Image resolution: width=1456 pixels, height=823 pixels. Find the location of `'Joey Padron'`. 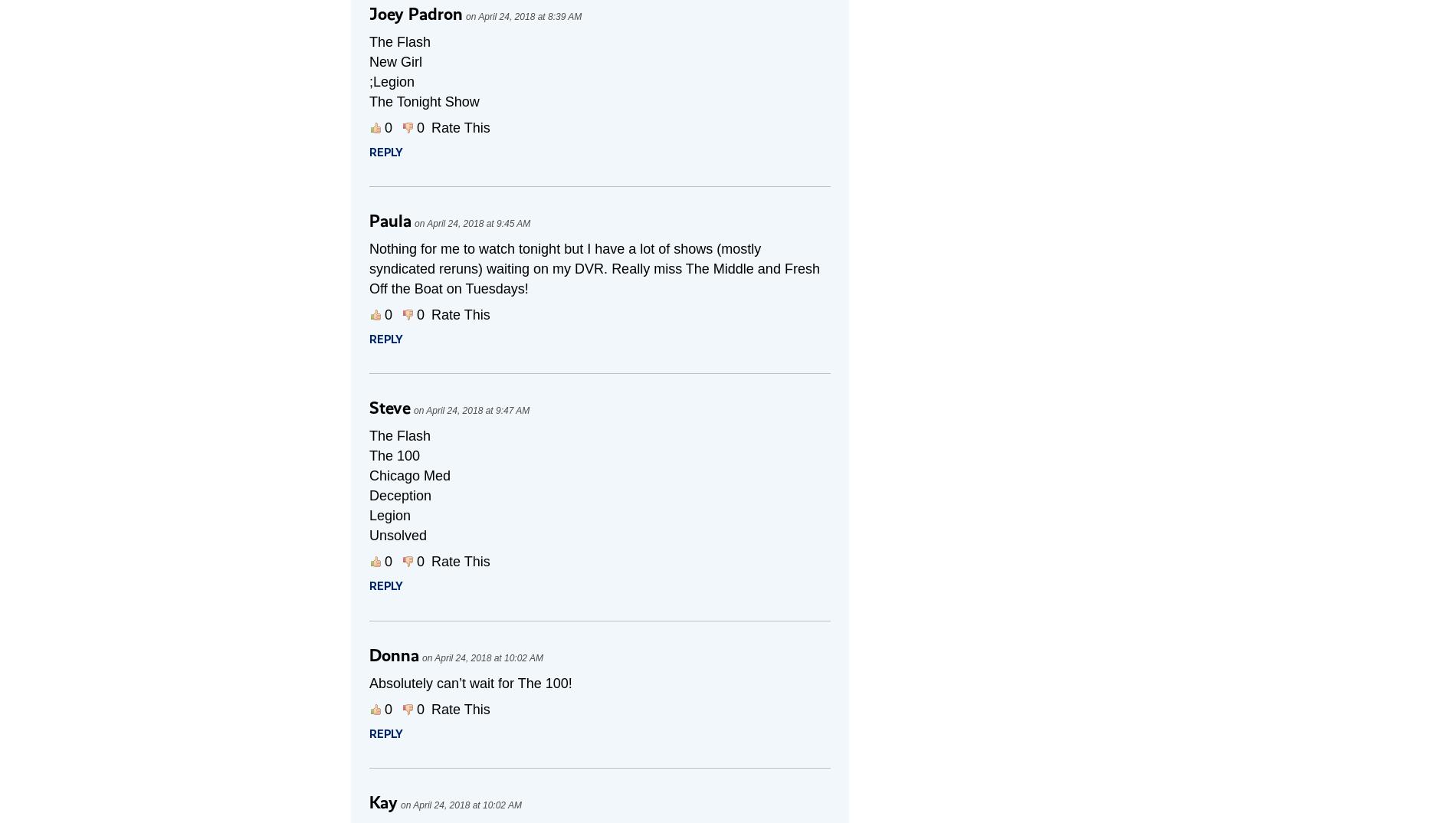

'Joey Padron' is located at coordinates (416, 13).